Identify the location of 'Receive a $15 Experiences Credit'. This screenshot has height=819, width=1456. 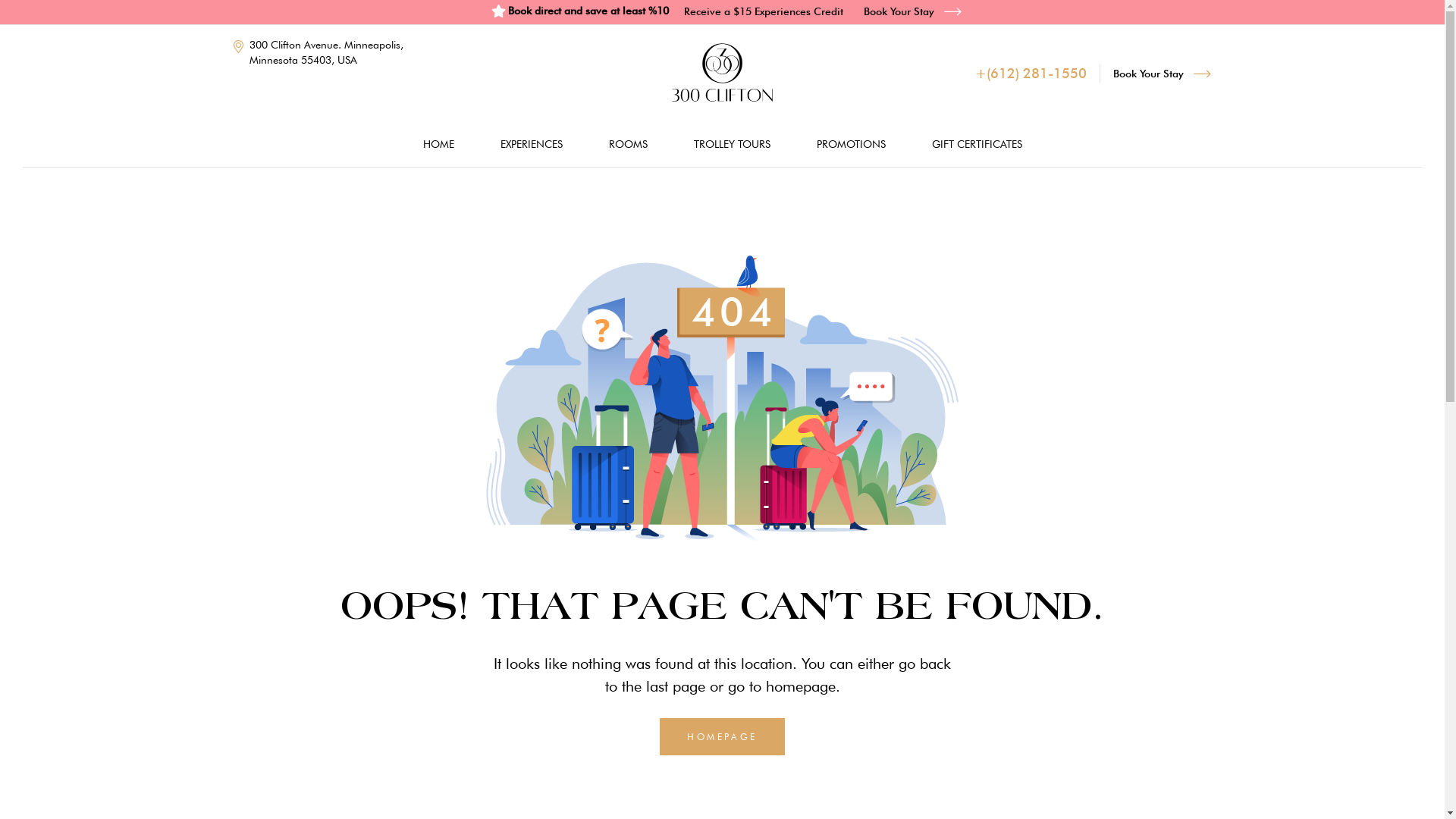
(764, 11).